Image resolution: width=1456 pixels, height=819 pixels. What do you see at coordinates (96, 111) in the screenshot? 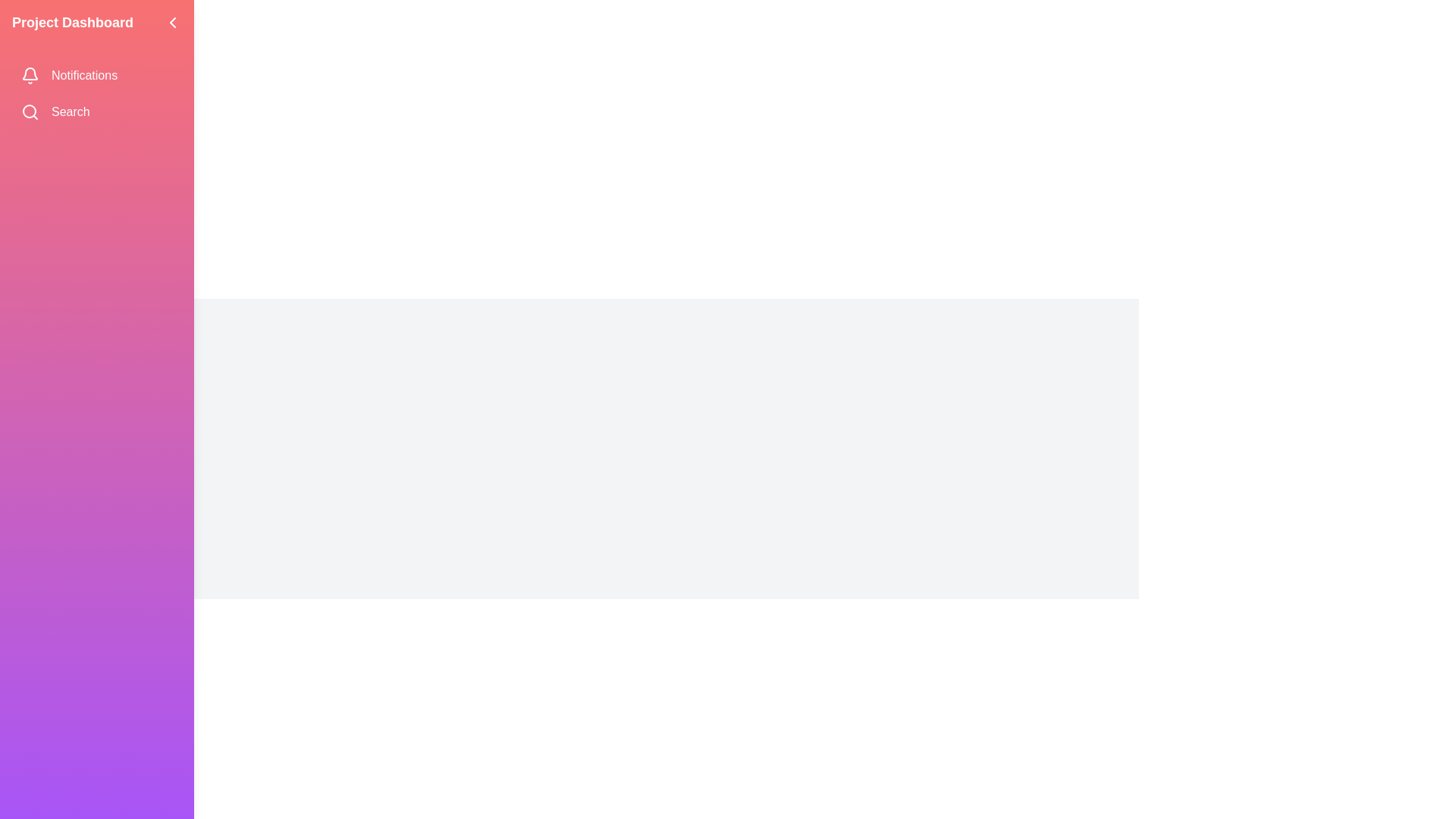
I see `the menu item labeled Search` at bounding box center [96, 111].